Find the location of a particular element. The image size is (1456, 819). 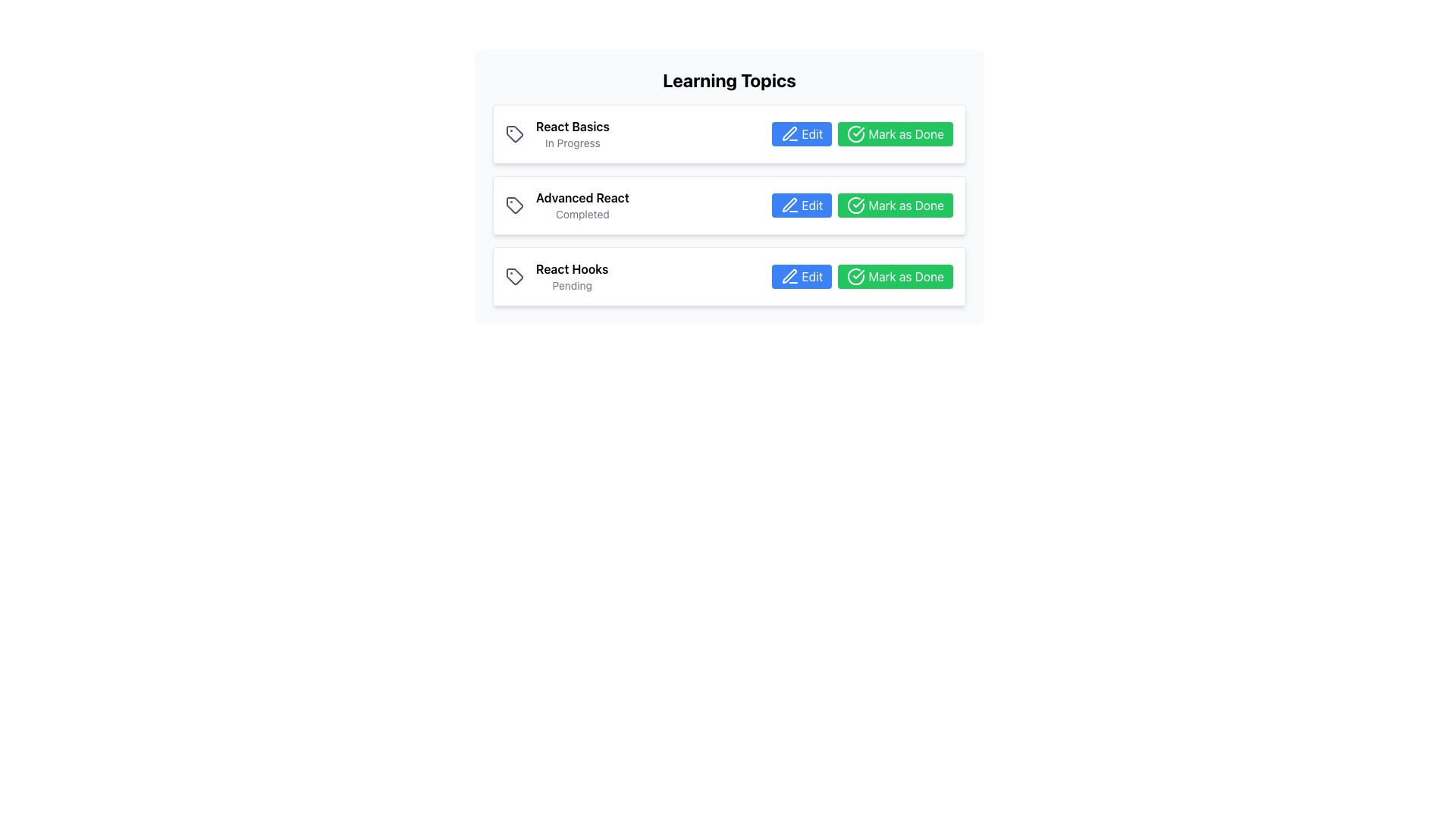

the 'React Basics' icon, which is the first element in the topmost row of the 'Learning Topics' section is located at coordinates (514, 133).